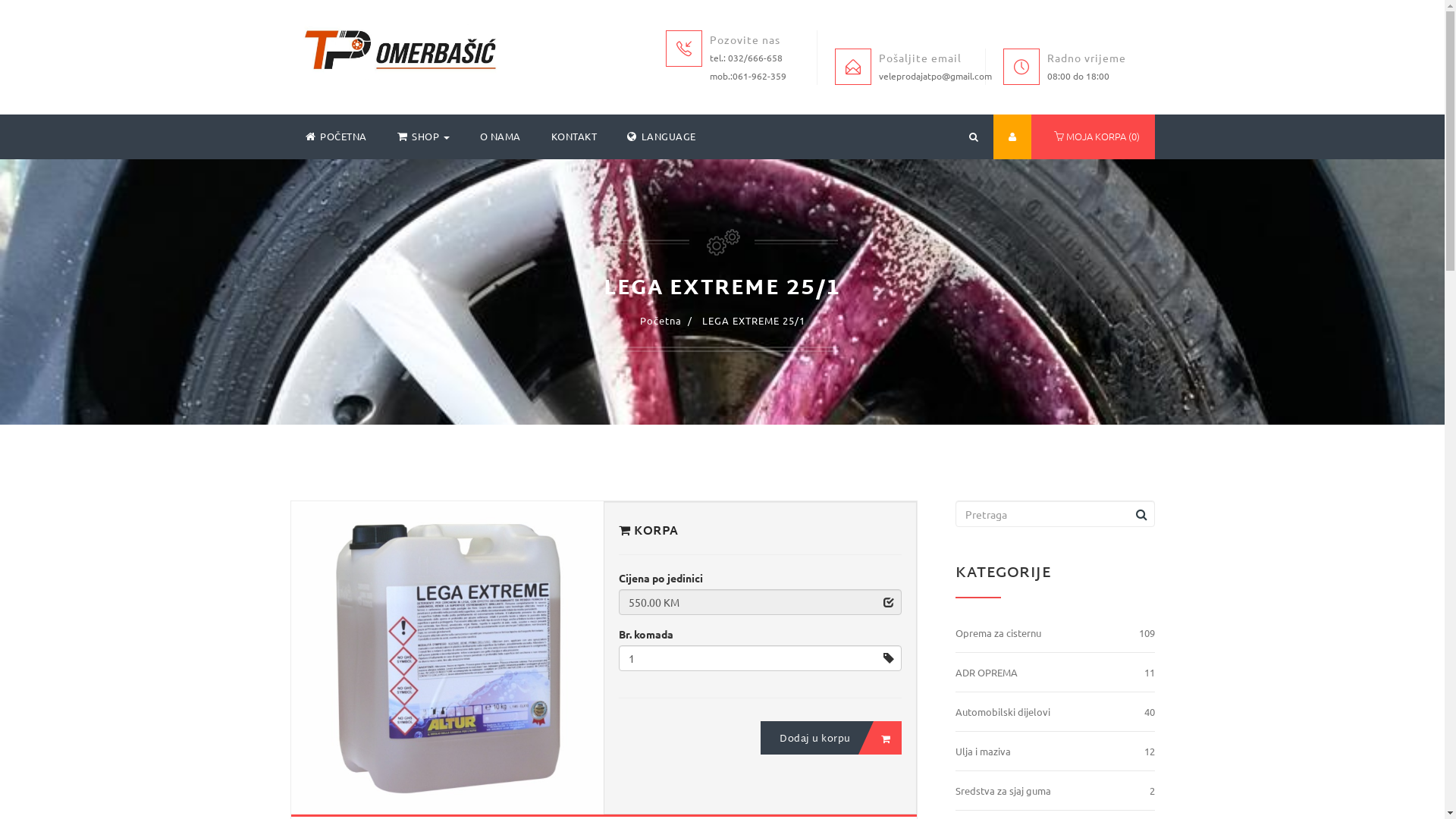 The height and width of the screenshot is (819, 1456). Describe the element at coordinates (830, 736) in the screenshot. I see `'Dodaj u korpu'` at that location.